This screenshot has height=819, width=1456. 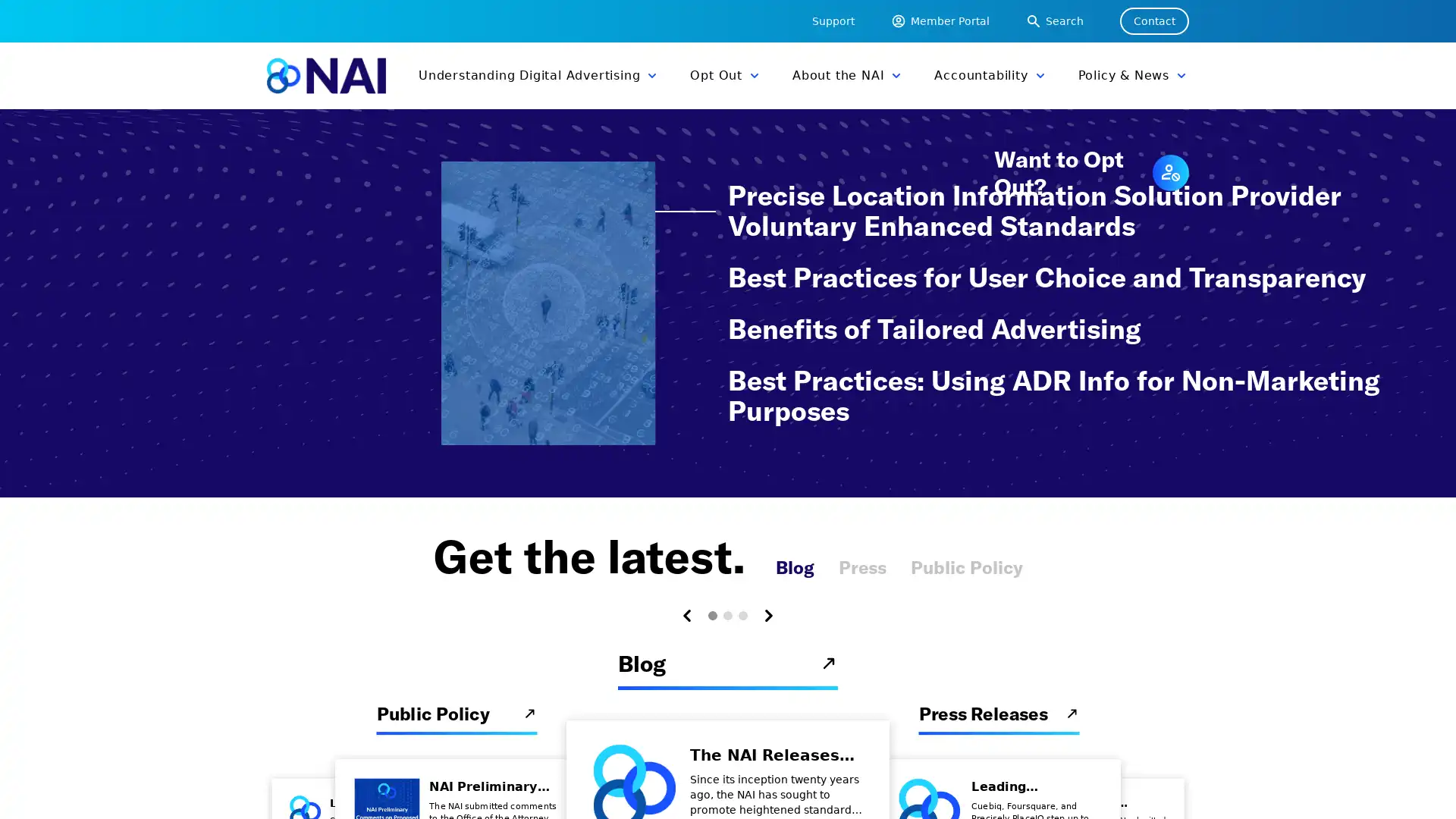 I want to click on Press, so click(x=861, y=567).